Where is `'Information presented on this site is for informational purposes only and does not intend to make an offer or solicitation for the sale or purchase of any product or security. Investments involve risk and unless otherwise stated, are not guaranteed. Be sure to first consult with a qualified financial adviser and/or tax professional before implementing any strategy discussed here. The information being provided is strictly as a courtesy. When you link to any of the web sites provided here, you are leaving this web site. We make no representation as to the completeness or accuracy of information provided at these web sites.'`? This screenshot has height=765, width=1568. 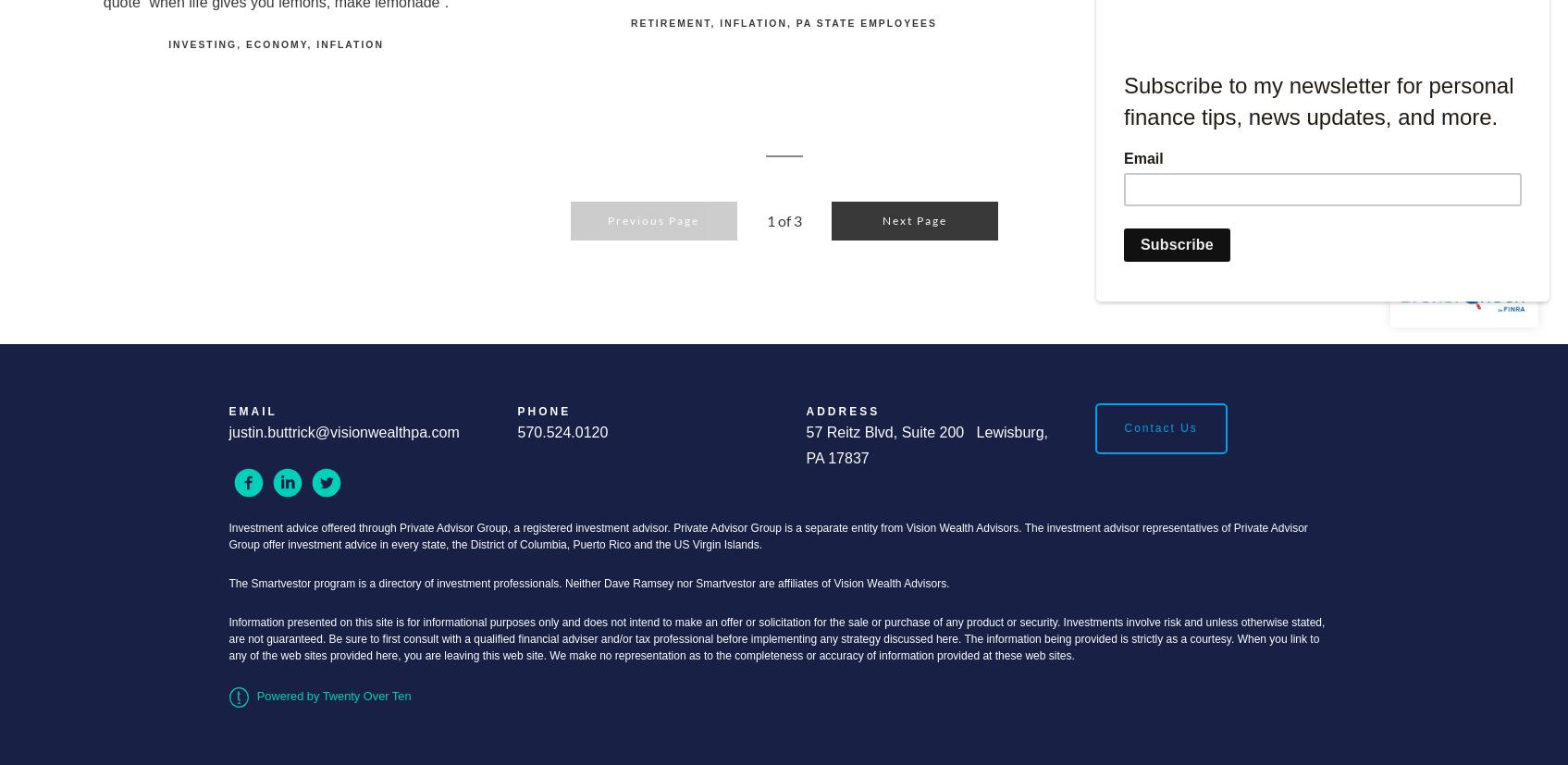 'Information presented on this site is for informational purposes only and does not intend to make an offer or solicitation for the sale or purchase of any product or security. Investments involve risk and unless otherwise stated, are not guaranteed. Be sure to first consult with a qualified financial adviser and/or tax professional before implementing any strategy discussed here. The information being provided is strictly as a courtesy. When you link to any of the web sites provided here, you are leaving this web site. We make no representation as to the completeness or accuracy of information provided at these web sites.' is located at coordinates (776, 638).